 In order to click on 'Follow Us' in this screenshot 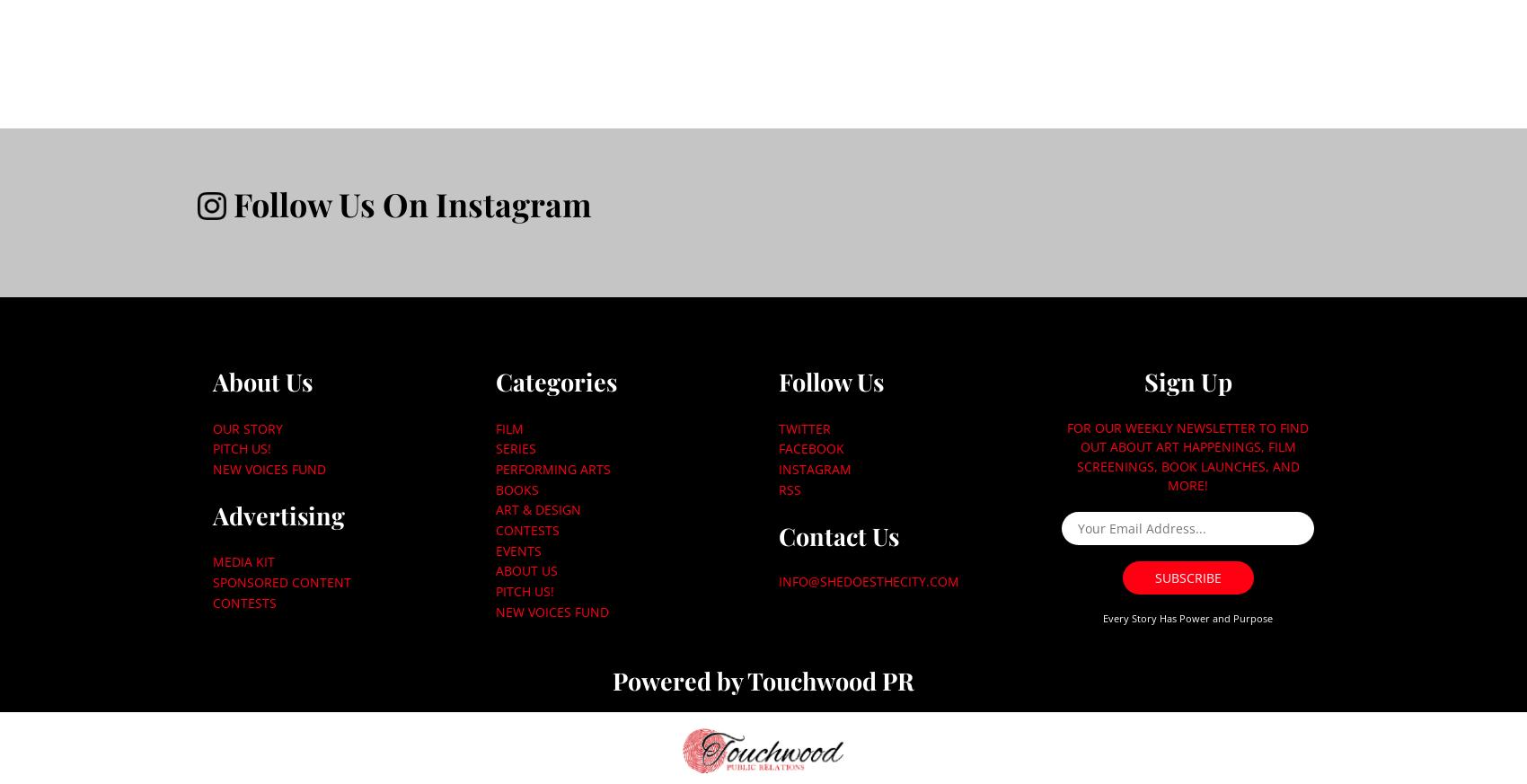, I will do `click(777, 380)`.